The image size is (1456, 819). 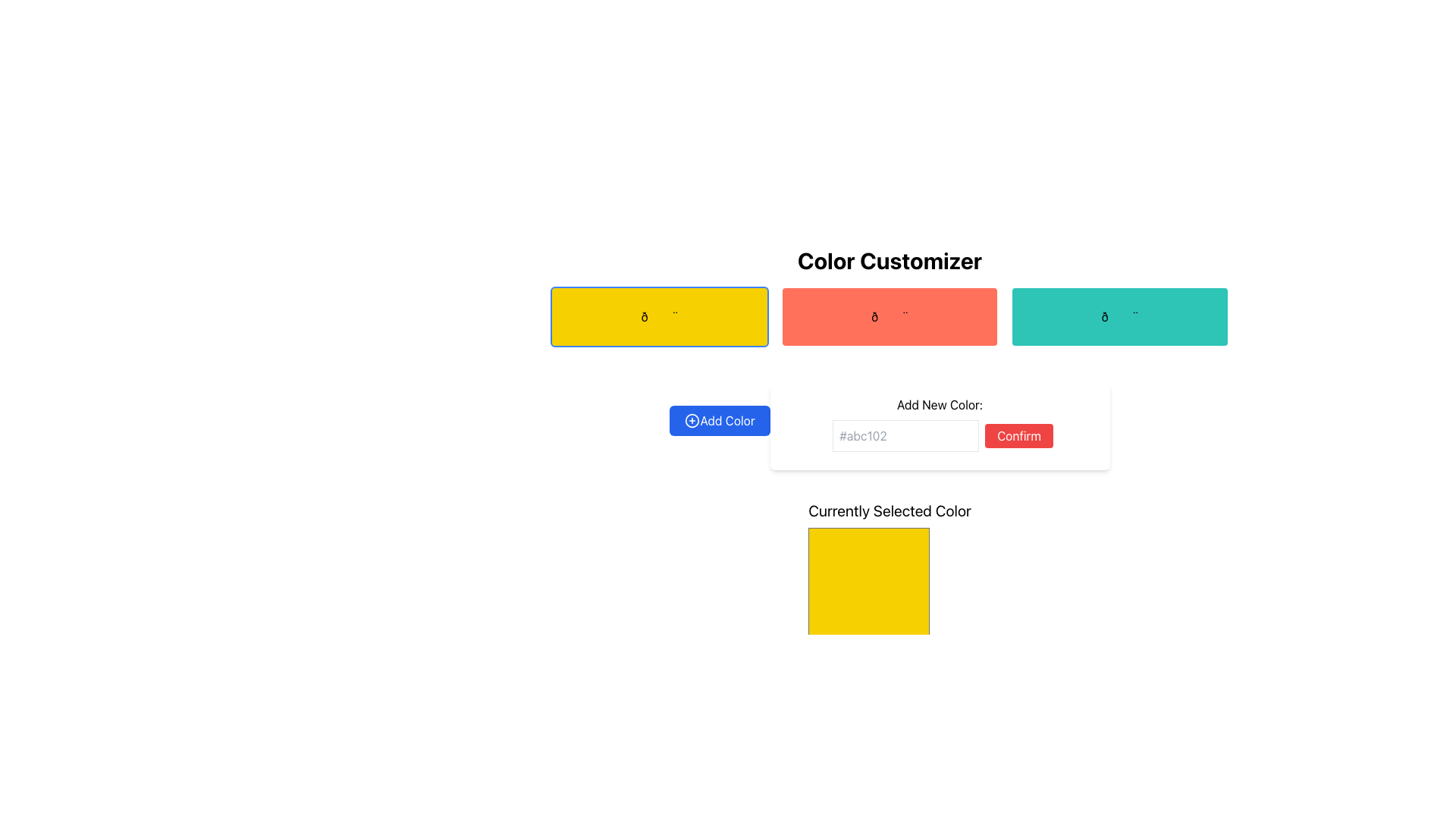 I want to click on the left-most color selection box in the Color Customizer tool, which serves as a visual indicator of the color option, so click(x=659, y=315).